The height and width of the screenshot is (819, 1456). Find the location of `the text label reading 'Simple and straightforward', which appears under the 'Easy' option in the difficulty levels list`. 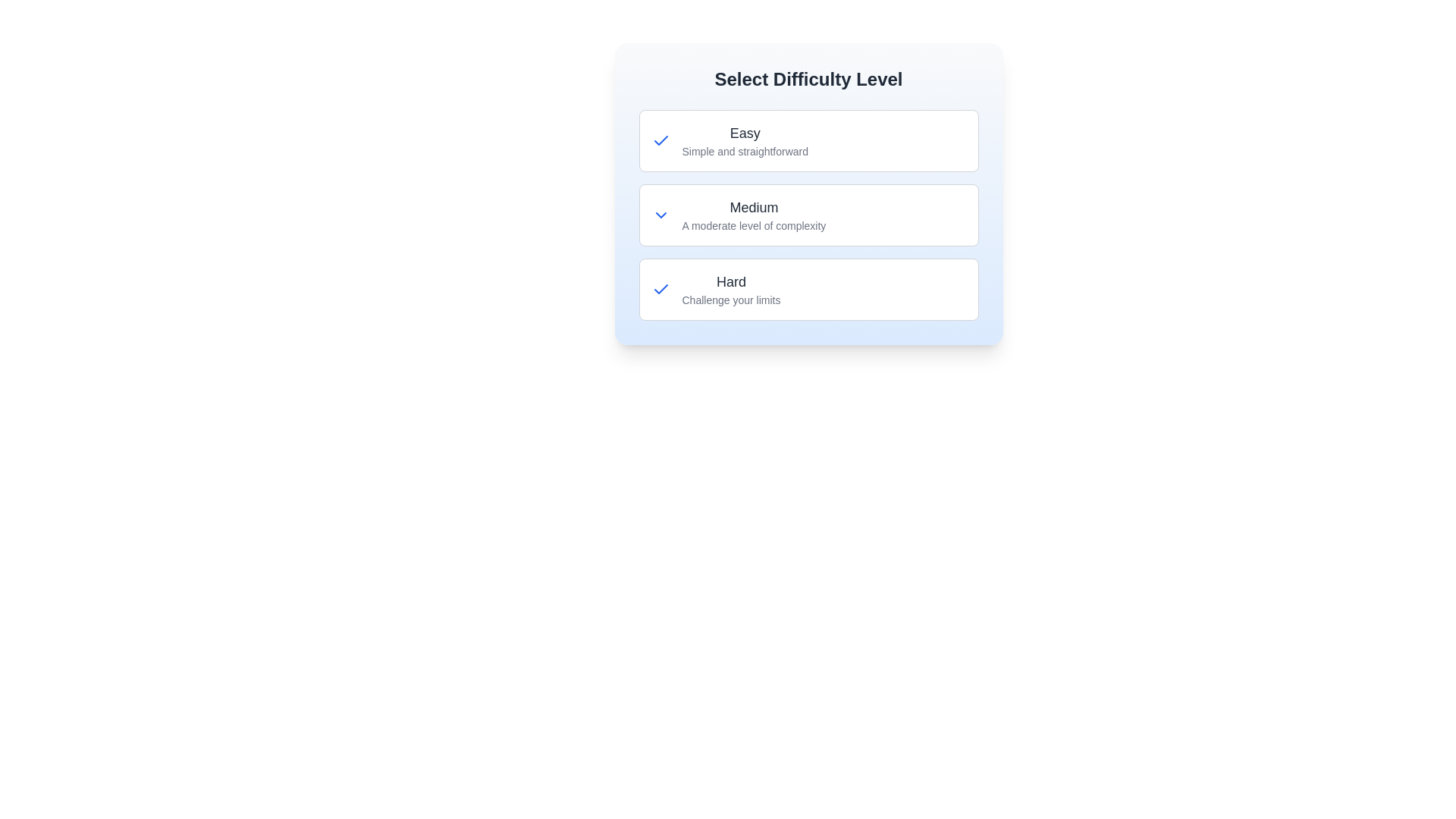

the text label reading 'Simple and straightforward', which appears under the 'Easy' option in the difficulty levels list is located at coordinates (745, 152).